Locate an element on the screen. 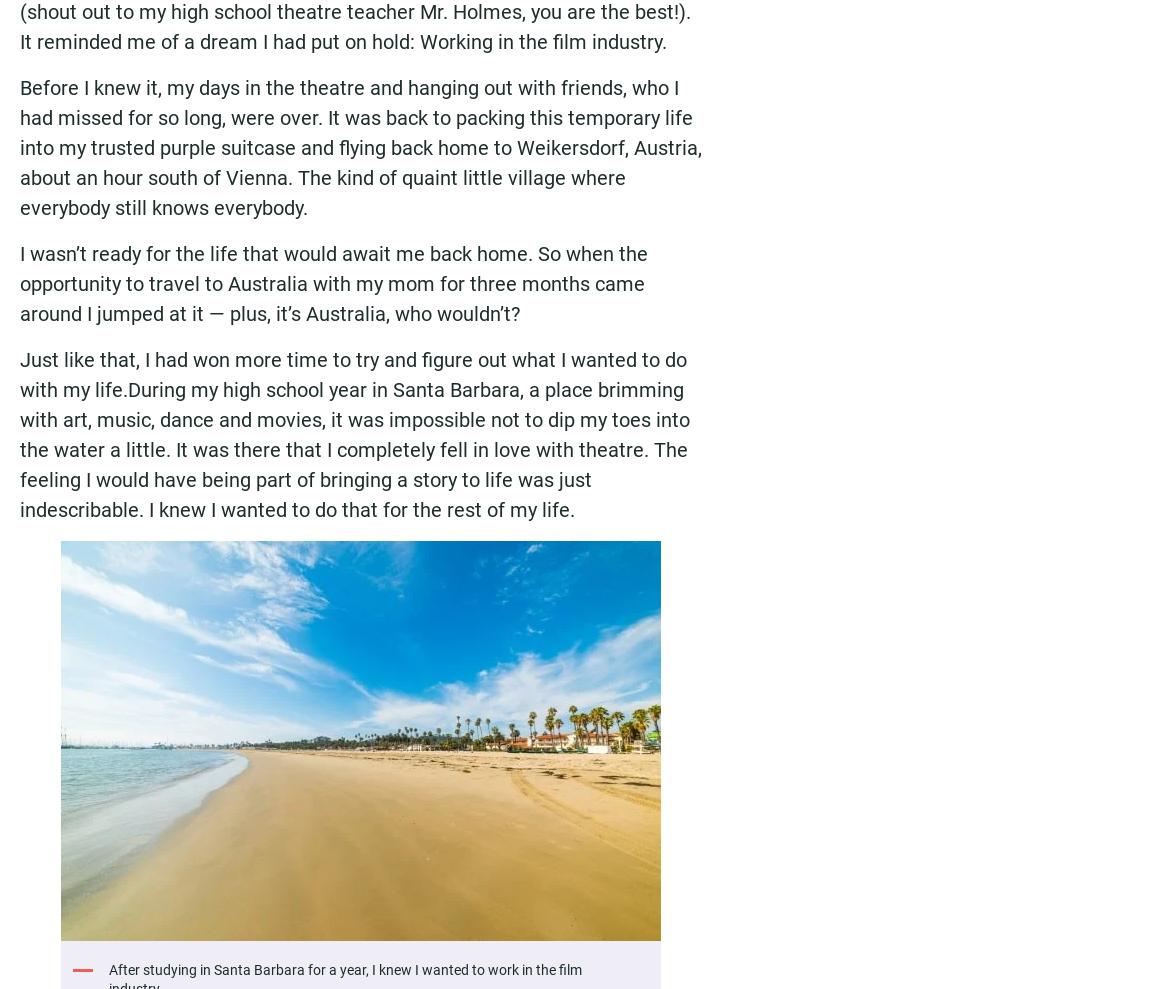 The image size is (1150, 989). 'Report: Three Canadian cities rank among Top 10 most liveable in the world' is located at coordinates (395, 609).